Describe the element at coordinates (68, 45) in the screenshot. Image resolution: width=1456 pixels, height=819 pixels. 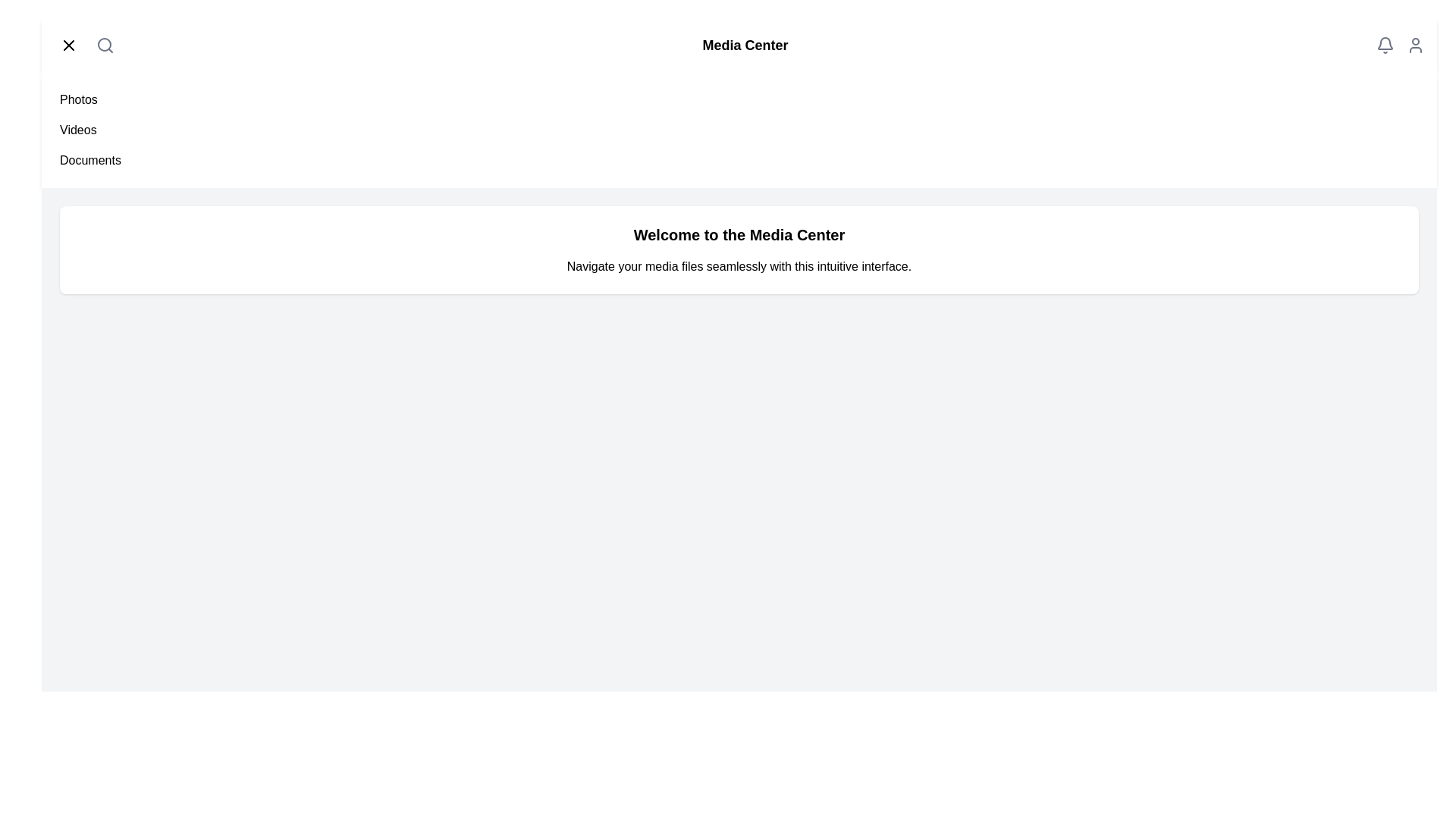
I see `toggle button in the top-left corner of the header to toggle the visibility of the side menu` at that location.